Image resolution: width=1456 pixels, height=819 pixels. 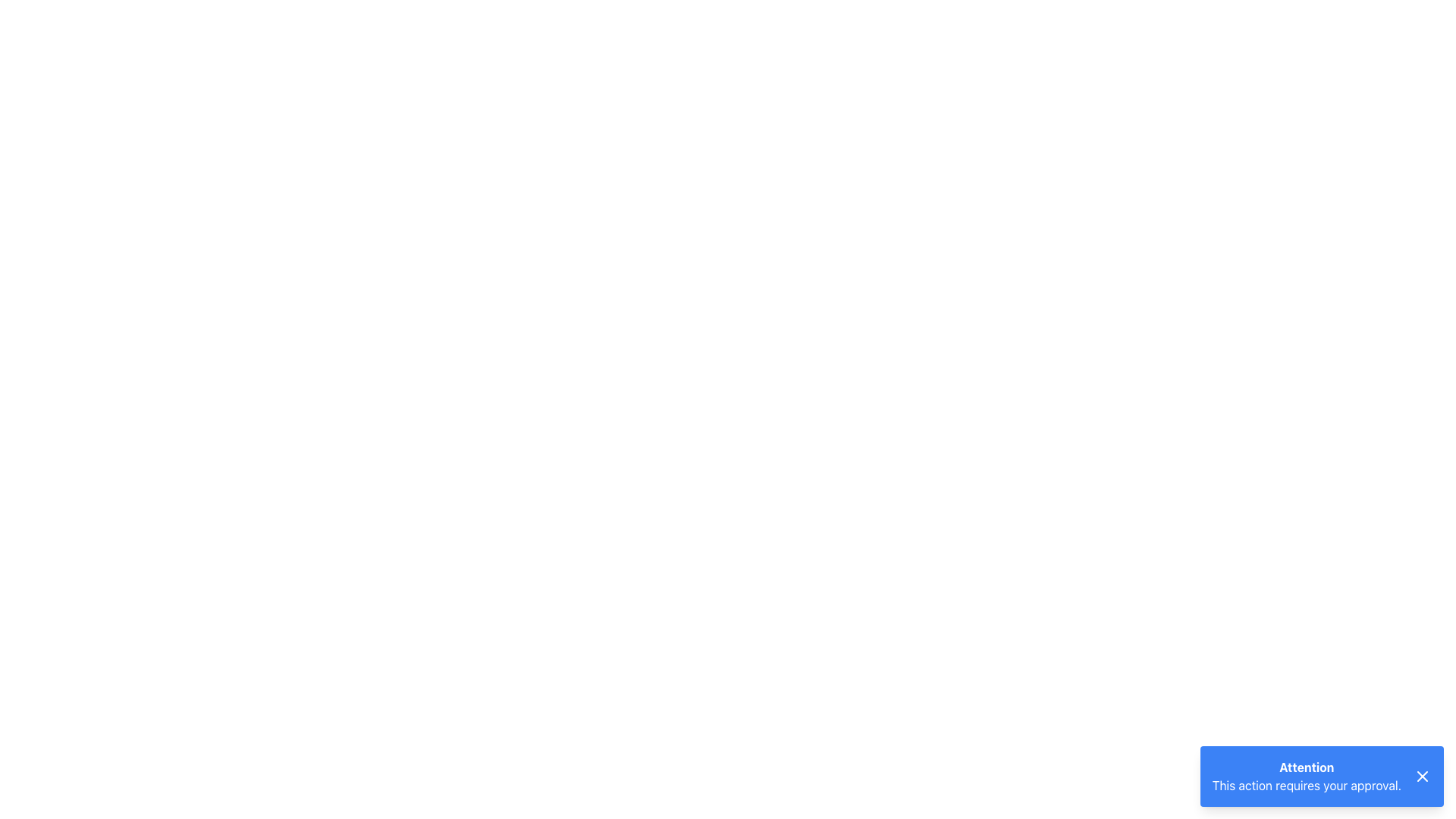 What do you see at coordinates (1306, 767) in the screenshot?
I see `the text label that serves as a heading for the message below, which states 'This action requires your approval.'` at bounding box center [1306, 767].